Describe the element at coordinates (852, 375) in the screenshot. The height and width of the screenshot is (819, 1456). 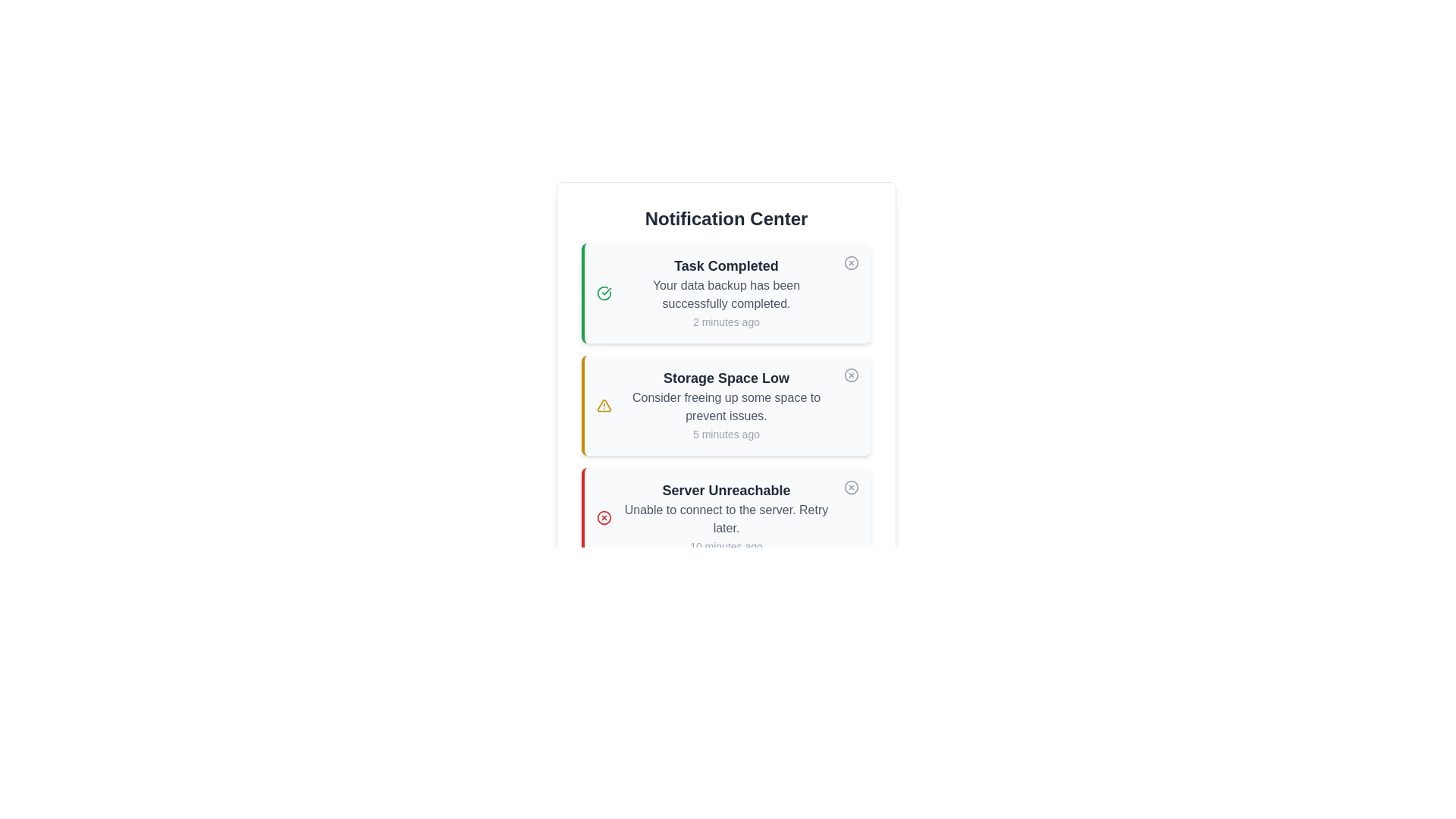
I see `the circular icon representing the 'Storage Space Low' status in the middle notification card of the notification list` at that location.